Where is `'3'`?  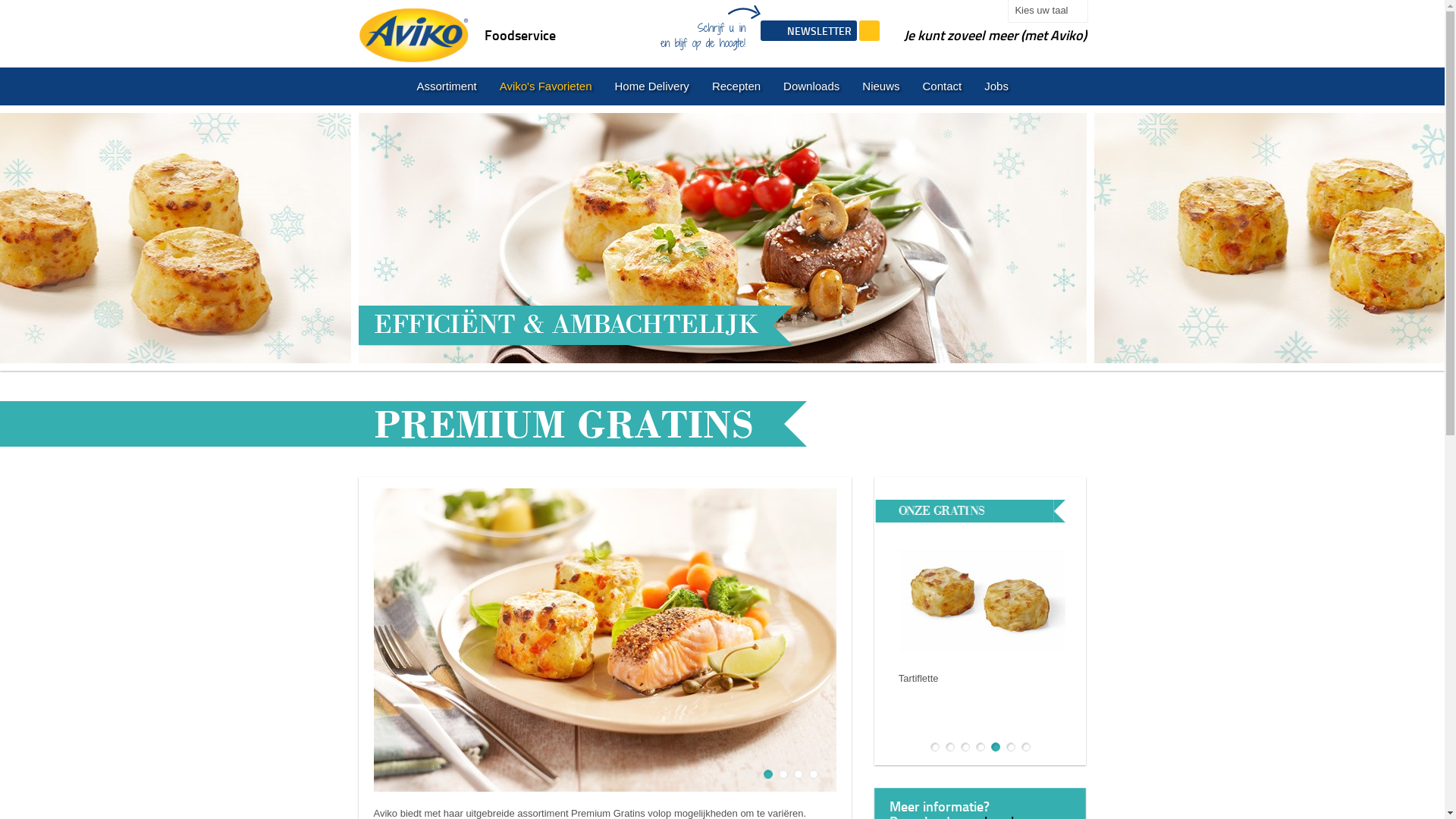
'3' is located at coordinates (797, 774).